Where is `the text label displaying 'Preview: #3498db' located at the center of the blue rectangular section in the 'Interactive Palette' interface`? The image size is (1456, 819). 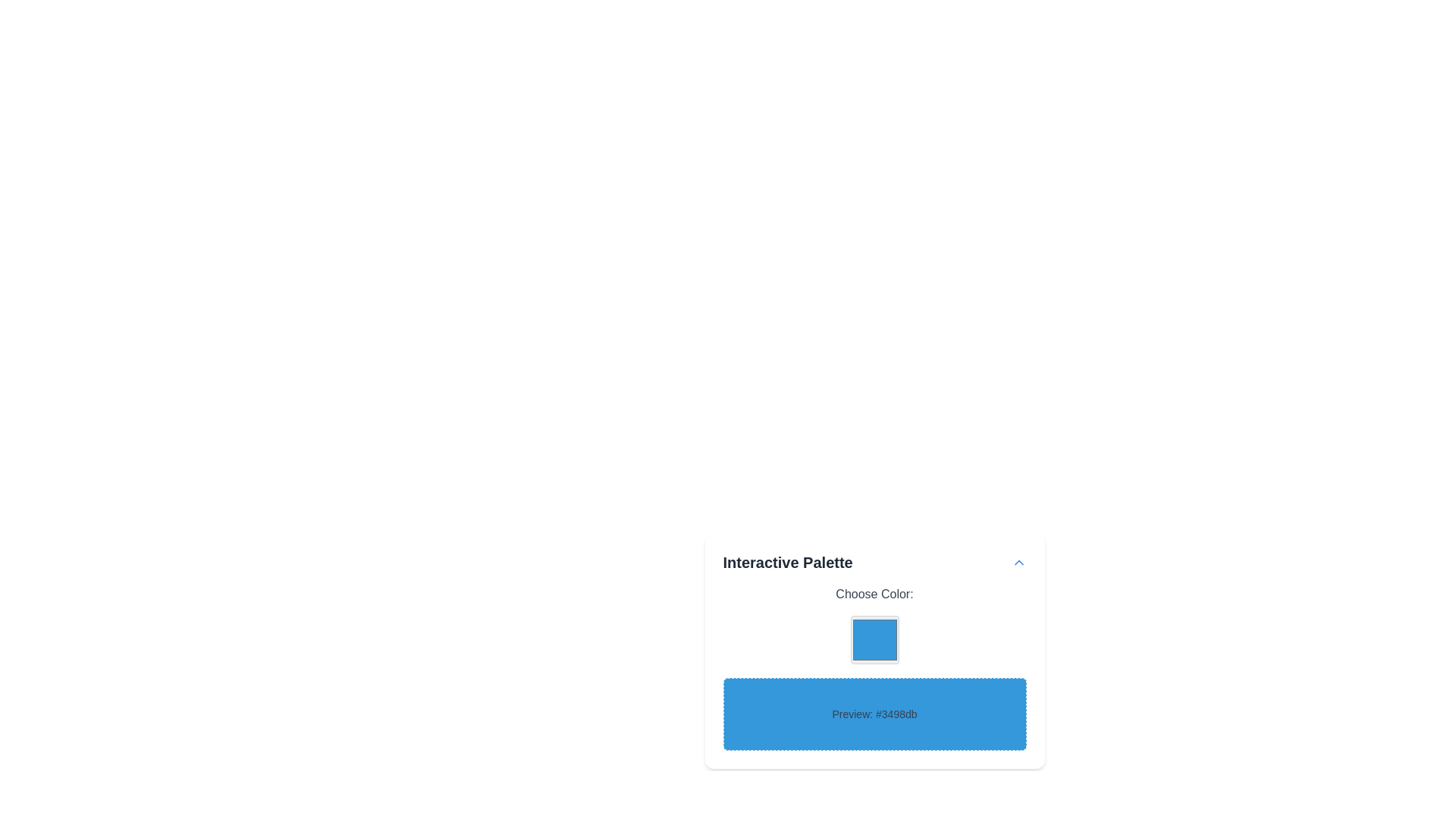 the text label displaying 'Preview: #3498db' located at the center of the blue rectangular section in the 'Interactive Palette' interface is located at coordinates (874, 714).